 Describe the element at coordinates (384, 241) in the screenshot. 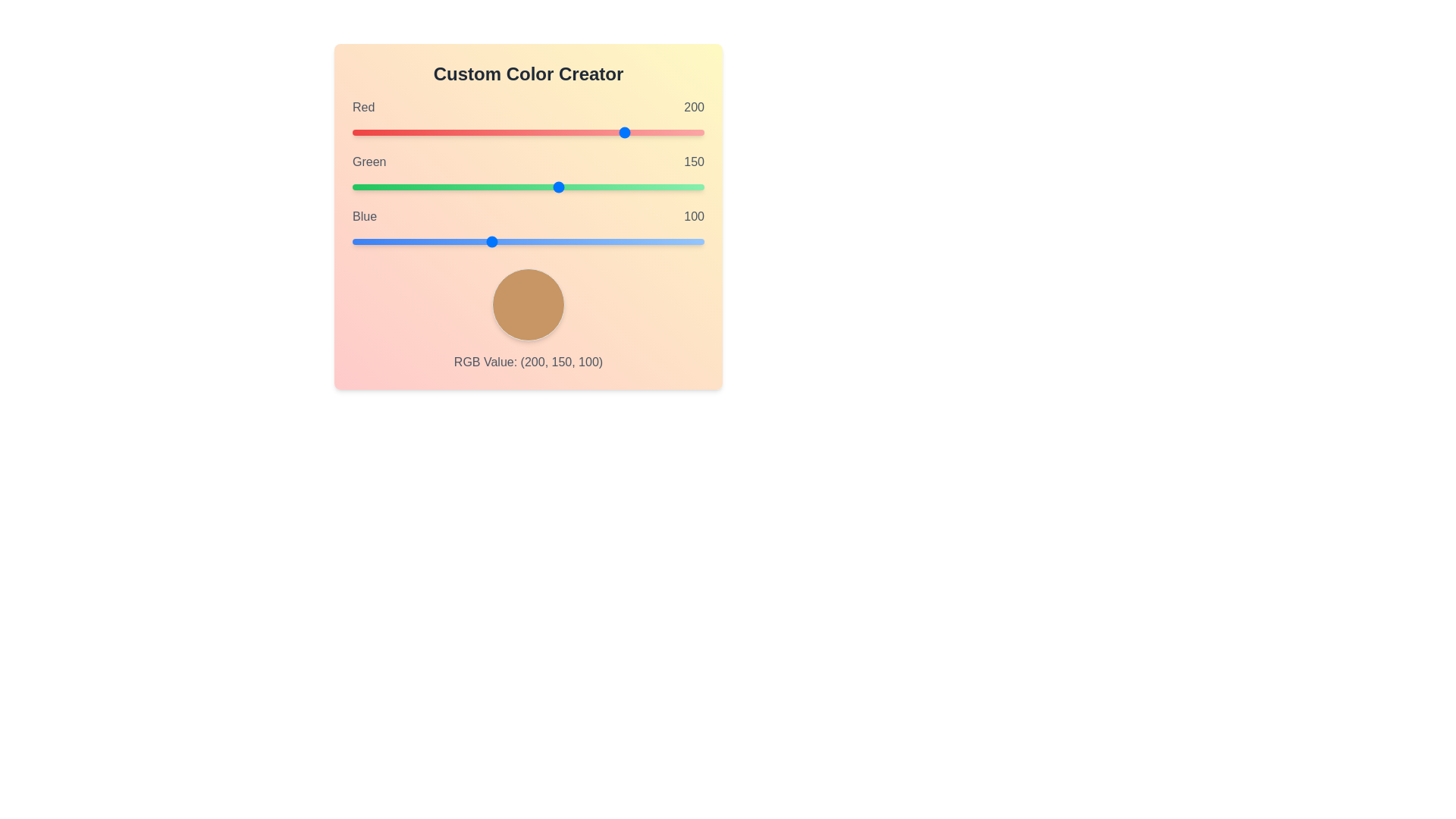

I see `the blue slider to set the blue value to 23` at that location.